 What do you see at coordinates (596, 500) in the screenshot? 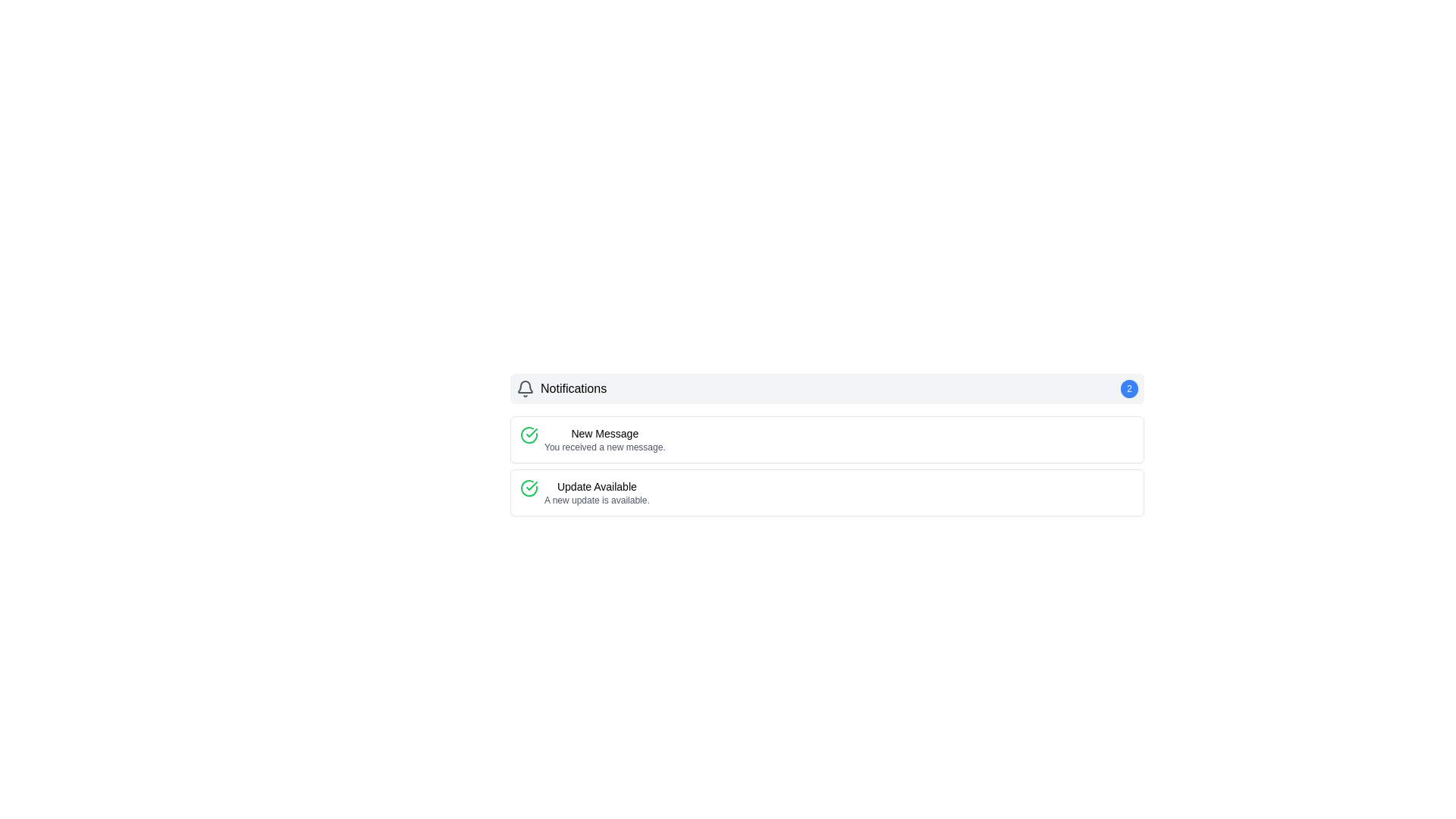
I see `the text label displaying 'A new update is available.' which is positioned directly below the heading 'Update Available.' in the notification panel` at bounding box center [596, 500].